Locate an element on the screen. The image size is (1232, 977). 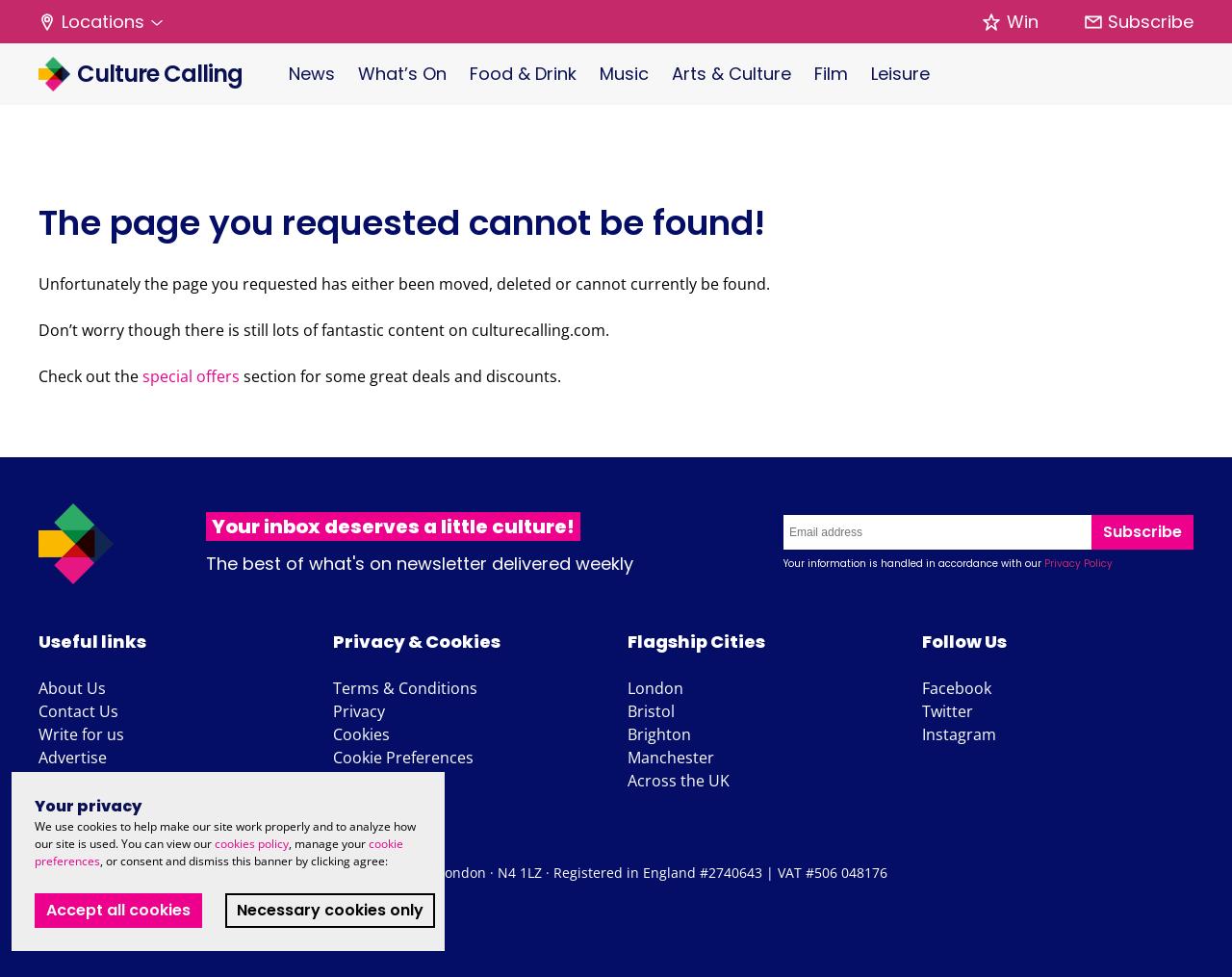
'Locations' is located at coordinates (102, 20).